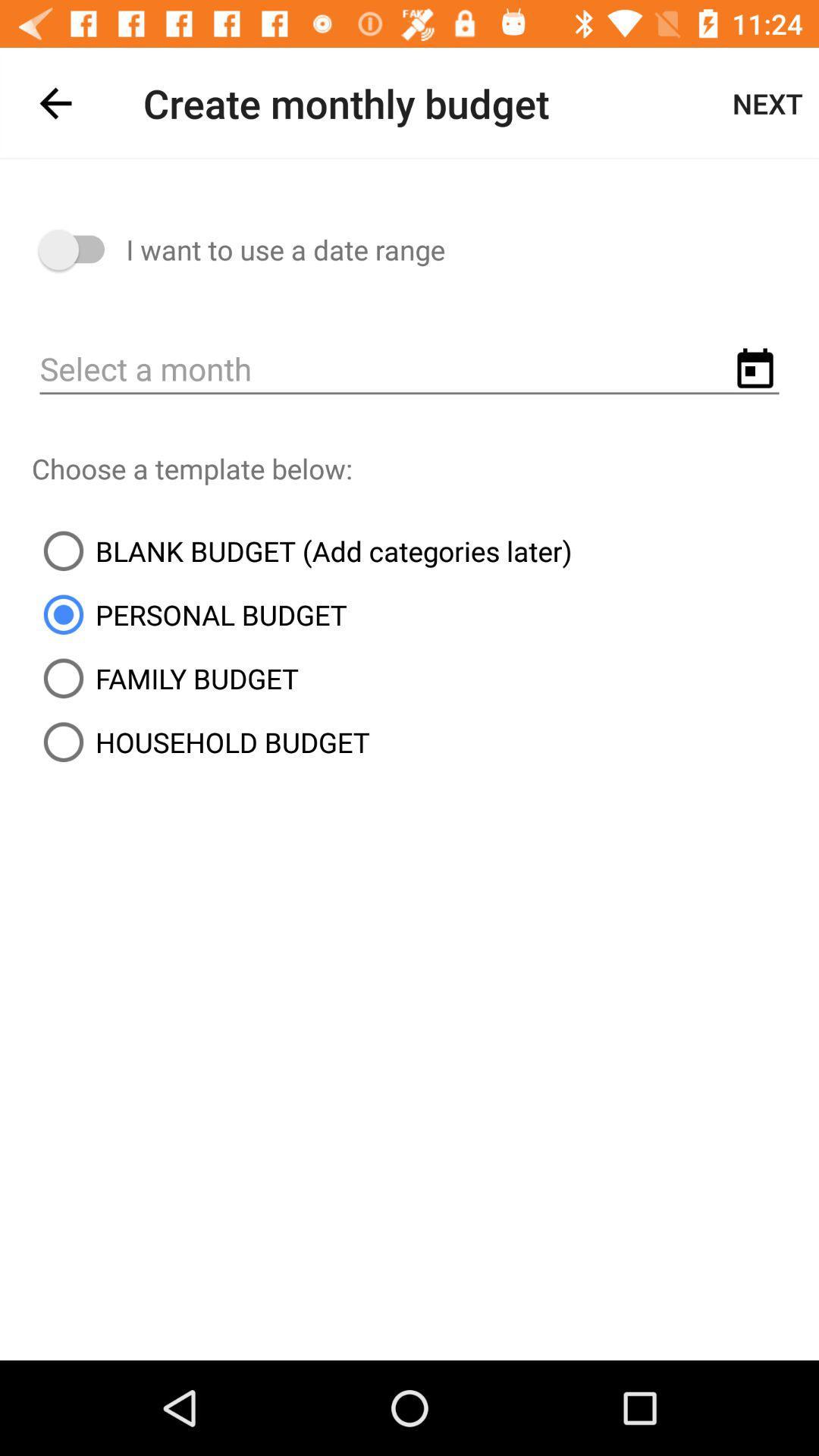 The width and height of the screenshot is (819, 1456). I want to click on the item above family budget, so click(188, 614).